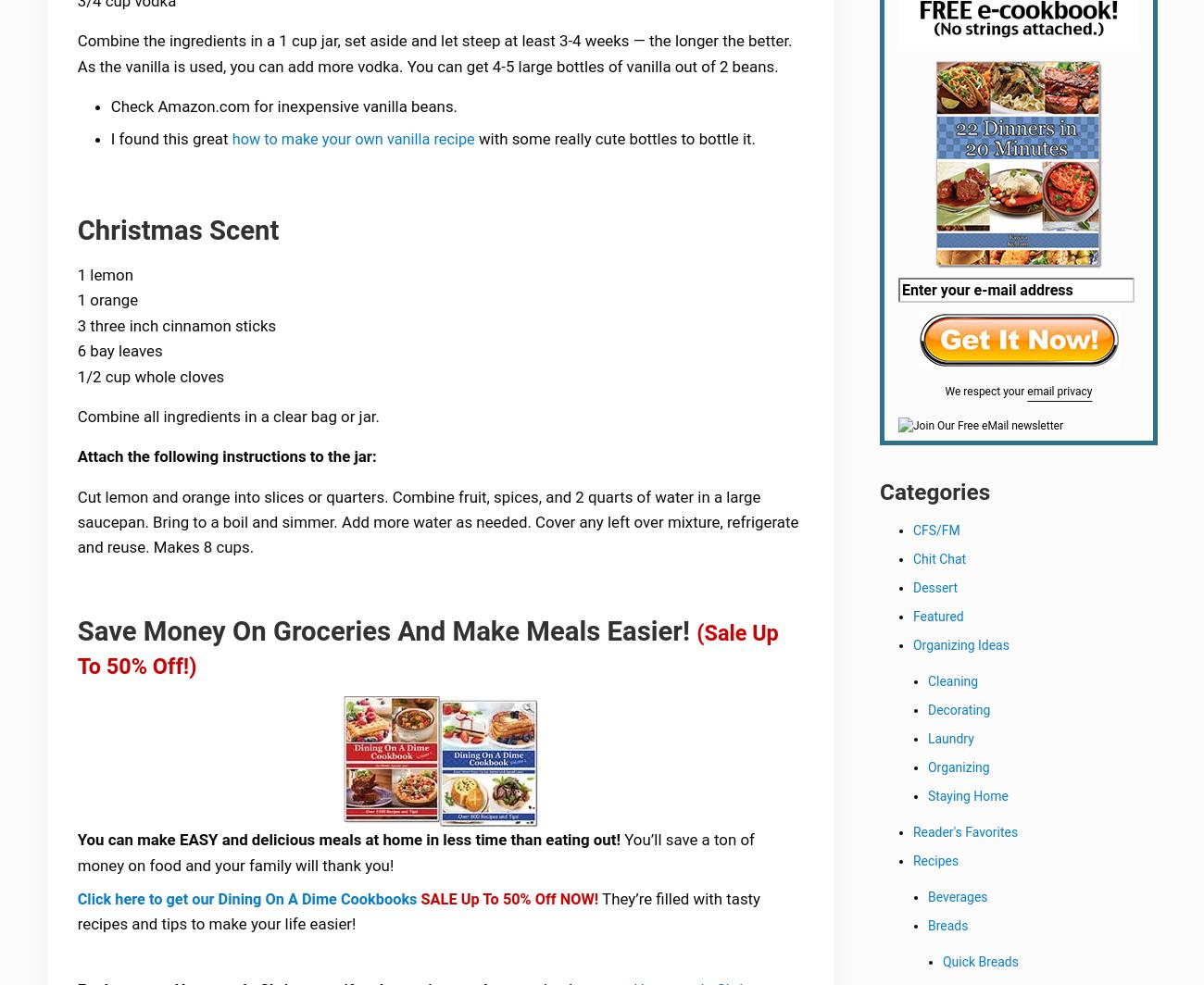  I want to click on 'You’ll save a ton of money on food and your family will thank you!', so click(418, 857).